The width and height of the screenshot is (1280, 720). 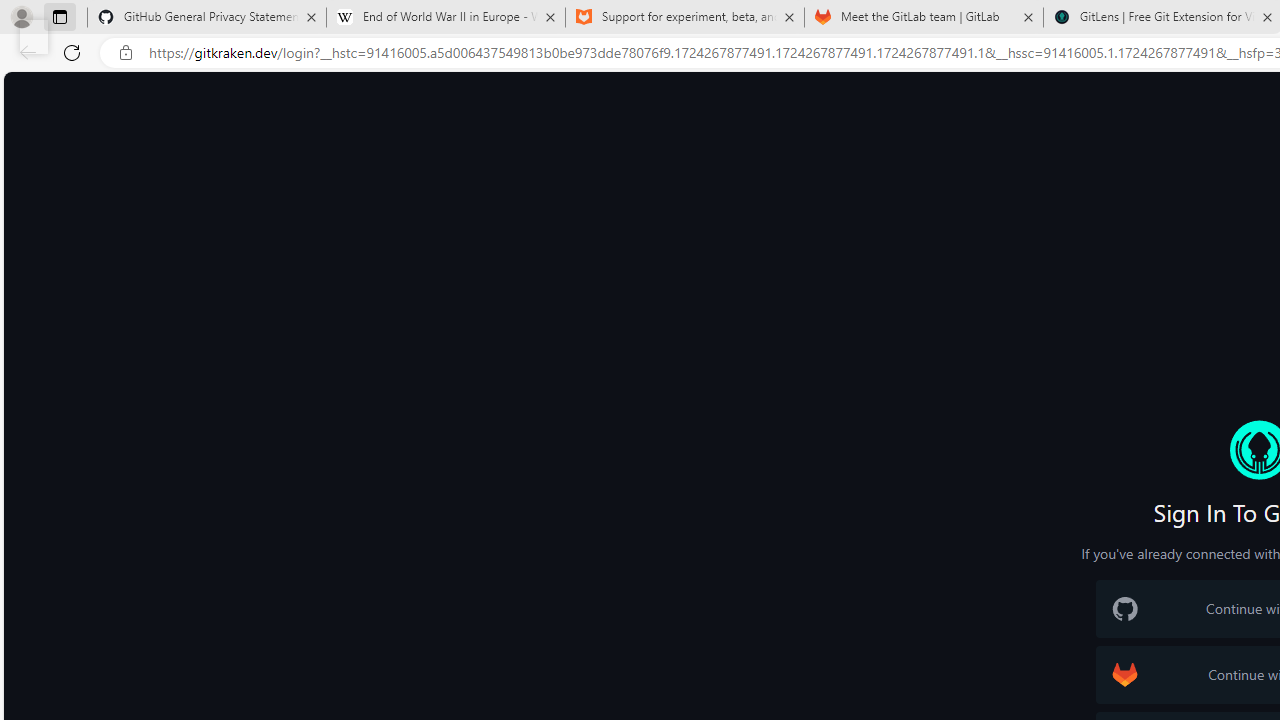 I want to click on 'GitHub Logo', so click(x=1125, y=608).